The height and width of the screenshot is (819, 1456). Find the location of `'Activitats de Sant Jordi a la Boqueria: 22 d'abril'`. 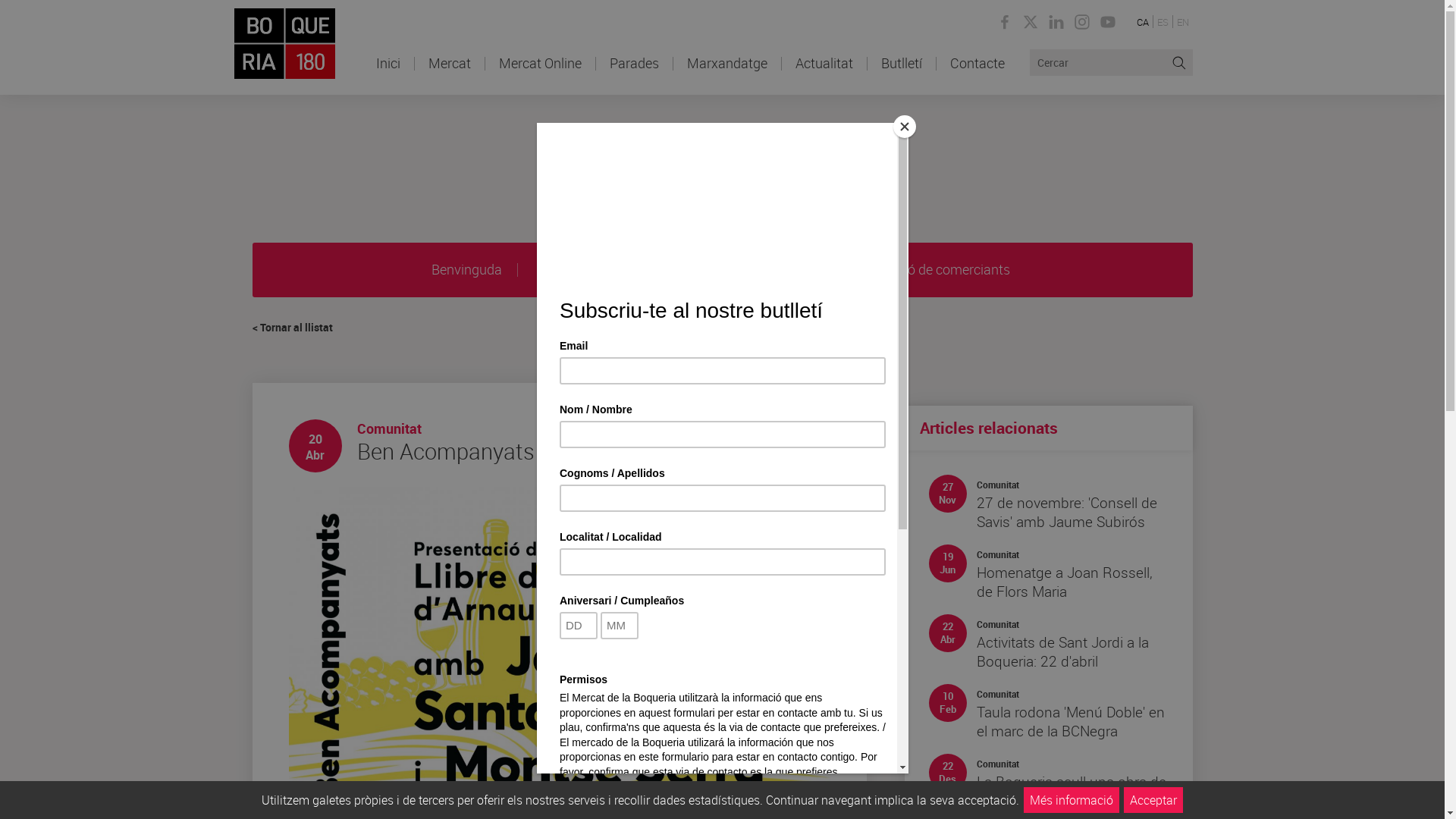

'Activitats de Sant Jordi a la Boqueria: 22 d'abril' is located at coordinates (1062, 651).